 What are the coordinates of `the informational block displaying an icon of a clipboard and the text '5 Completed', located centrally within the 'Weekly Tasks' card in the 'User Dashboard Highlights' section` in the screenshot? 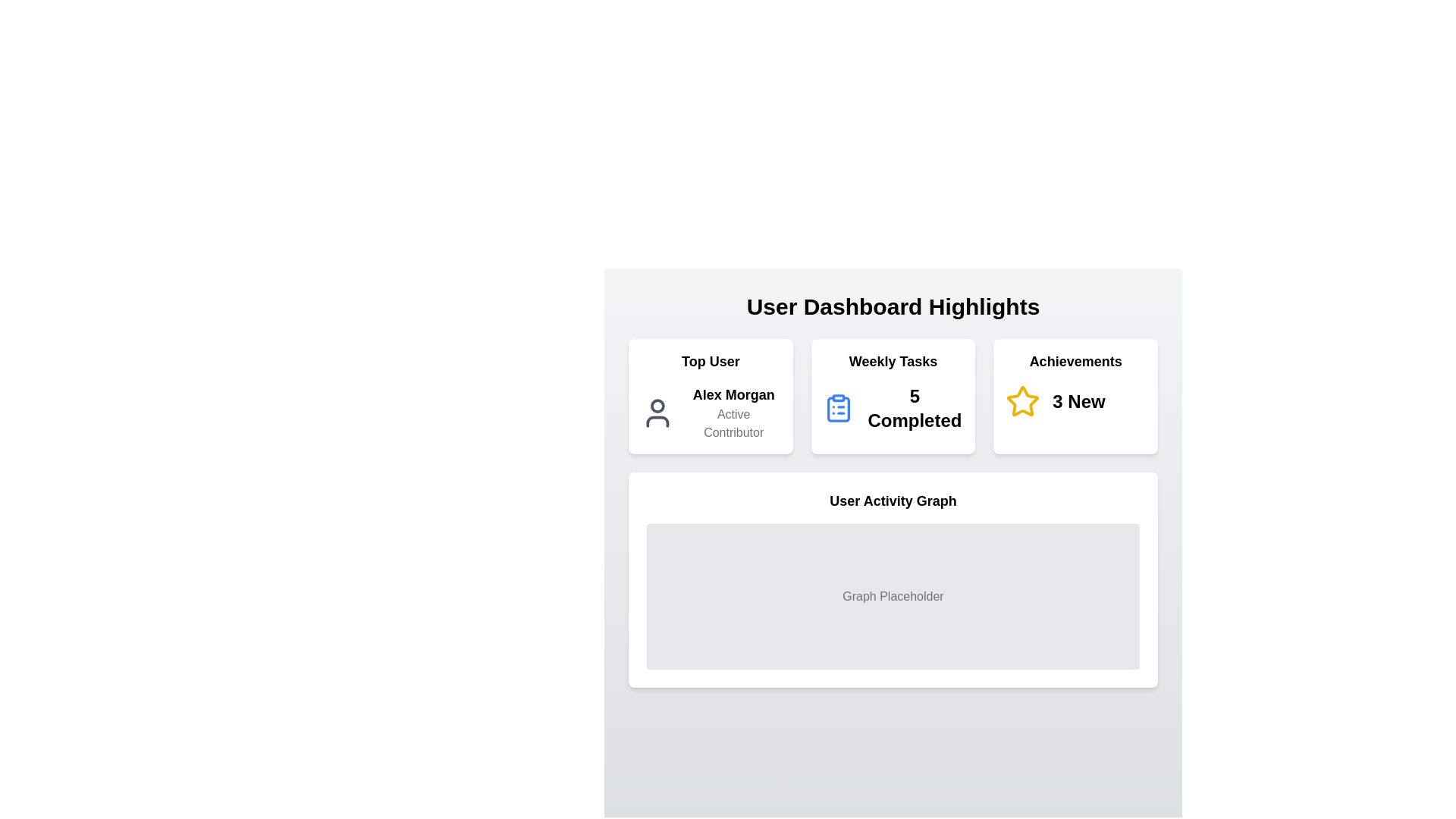 It's located at (893, 408).